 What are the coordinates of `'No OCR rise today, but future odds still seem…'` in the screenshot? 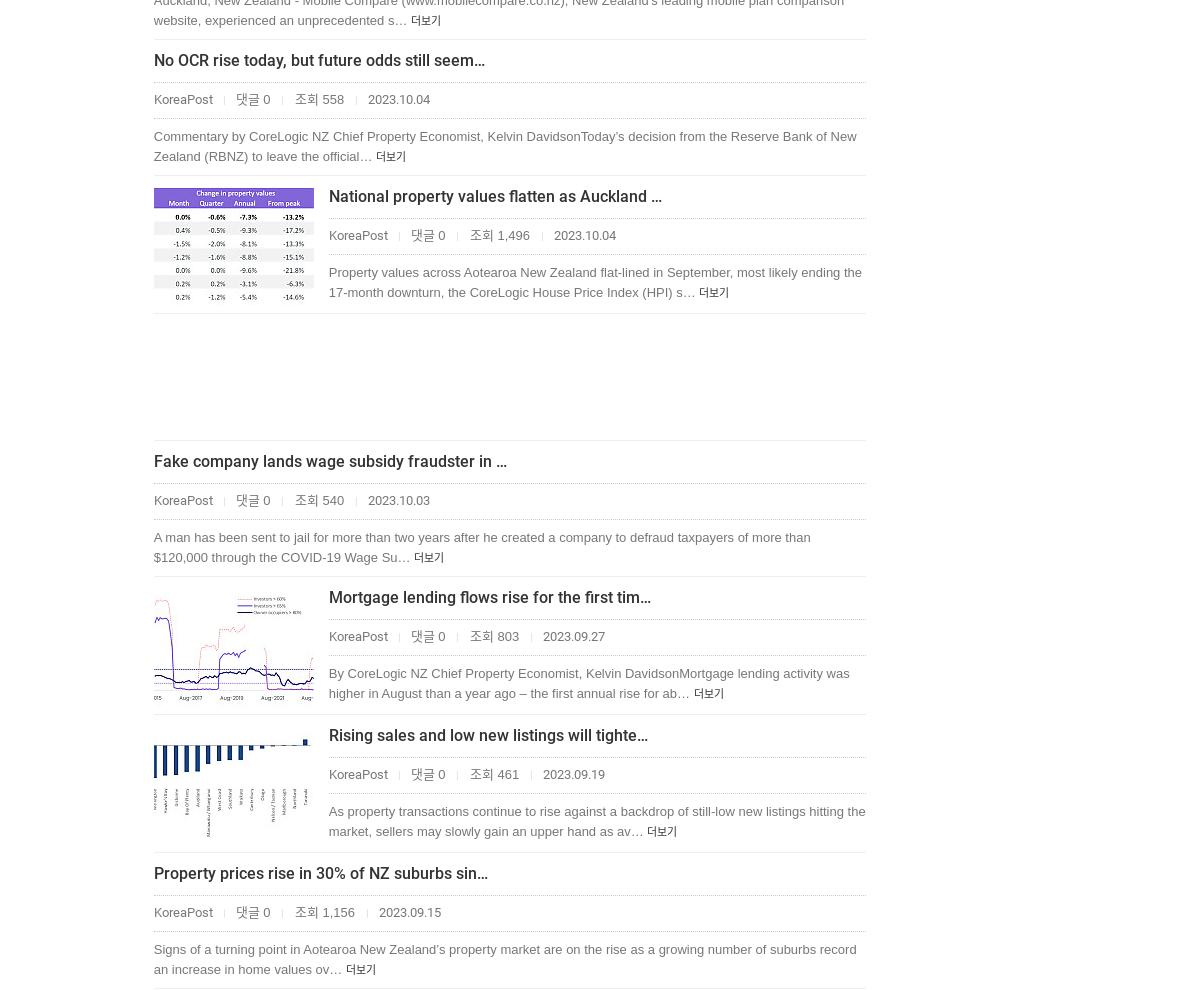 It's located at (318, 60).